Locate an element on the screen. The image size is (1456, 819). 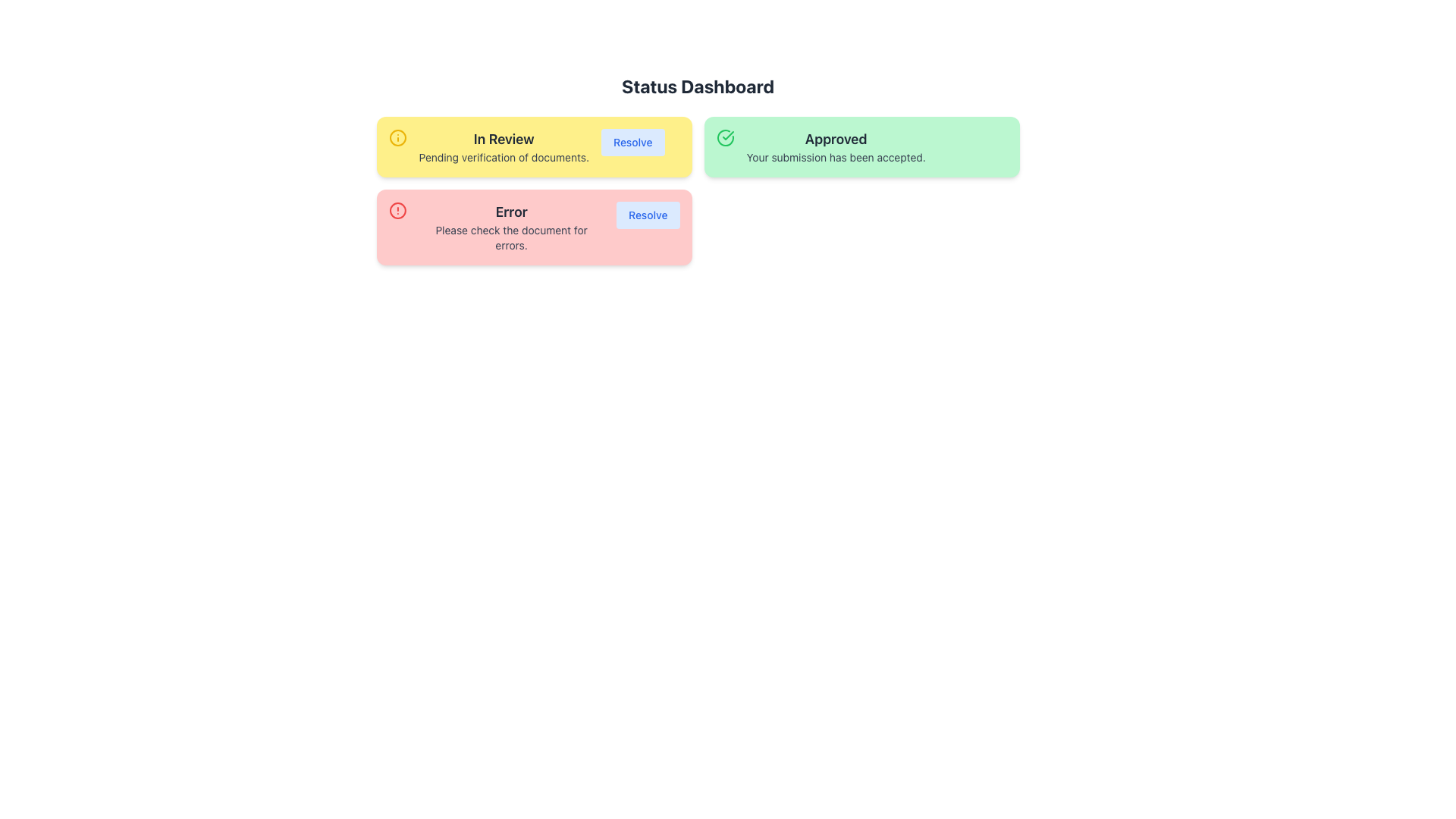
the static text indicating the status of a process currently under review, located in the top left portion of the interface adjacent to the 'Approved' card is located at coordinates (504, 140).